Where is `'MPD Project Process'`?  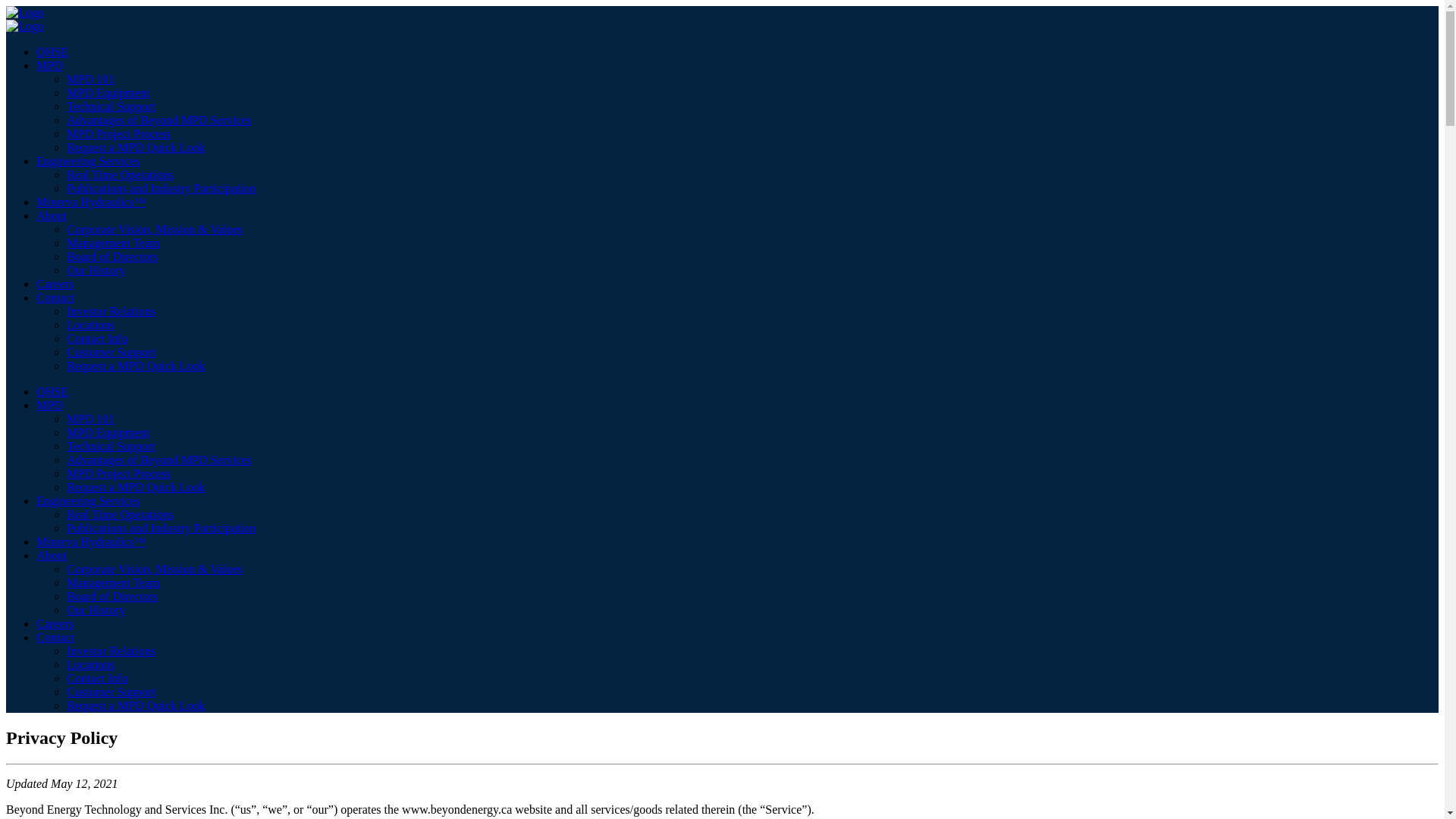
'MPD Project Process' is located at coordinates (118, 133).